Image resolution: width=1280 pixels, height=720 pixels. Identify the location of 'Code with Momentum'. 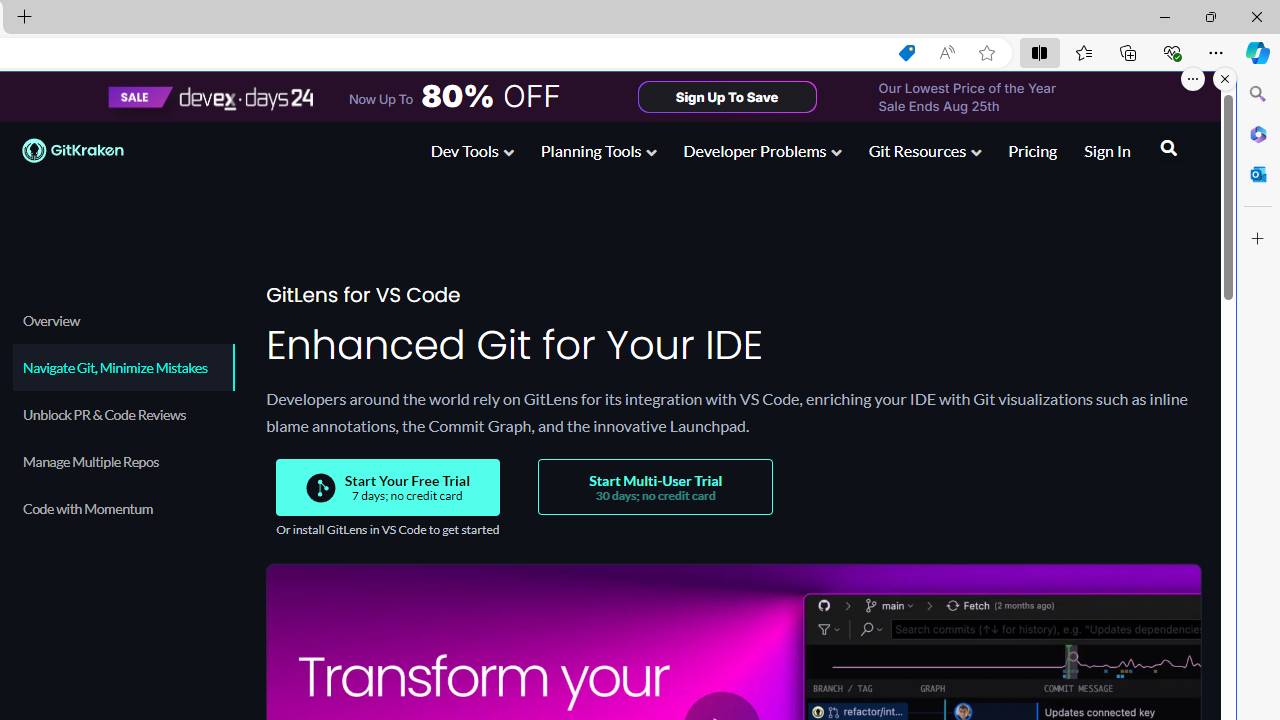
(123, 507).